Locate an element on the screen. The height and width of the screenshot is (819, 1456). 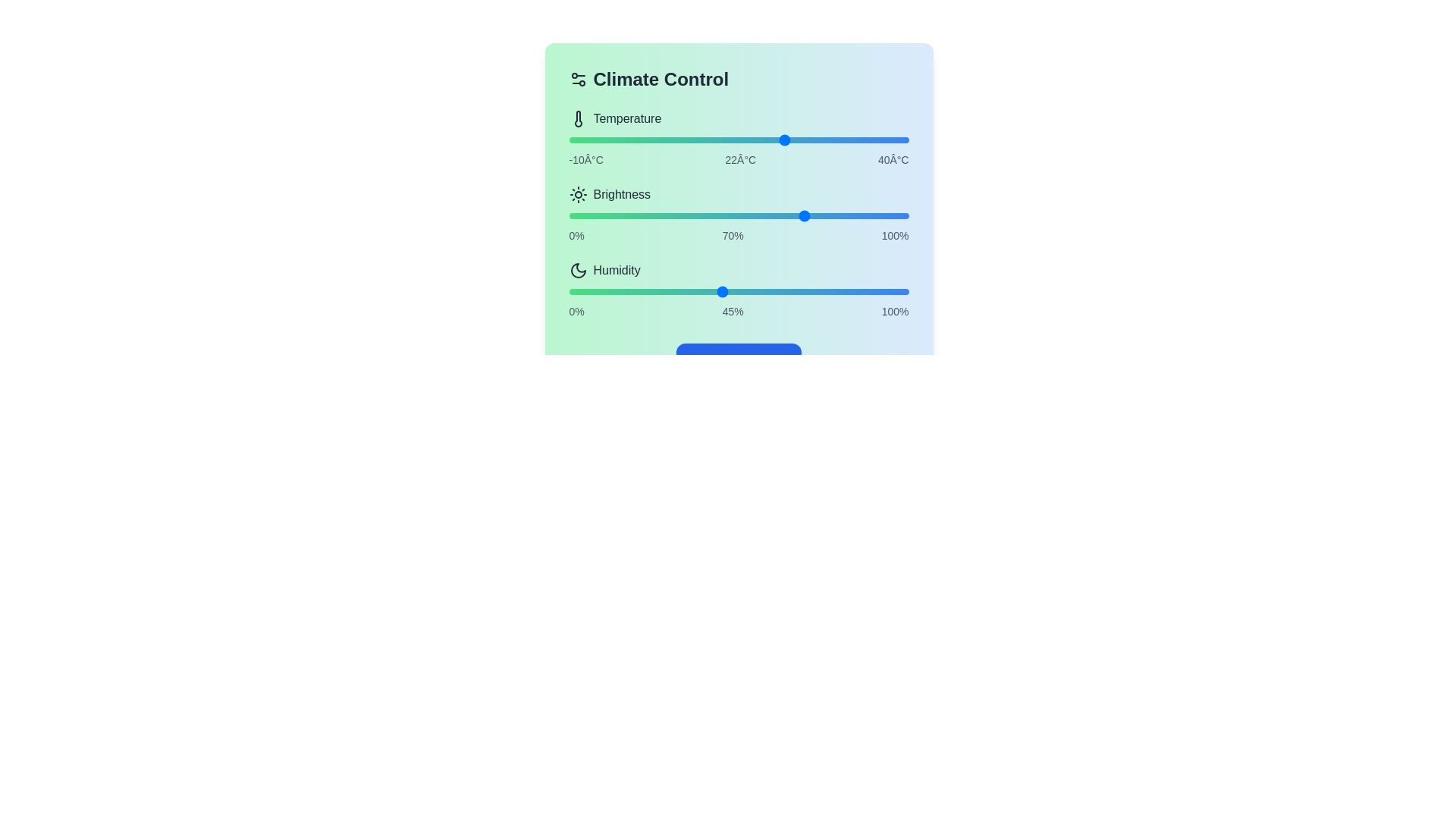
the brightness is located at coordinates (578, 216).